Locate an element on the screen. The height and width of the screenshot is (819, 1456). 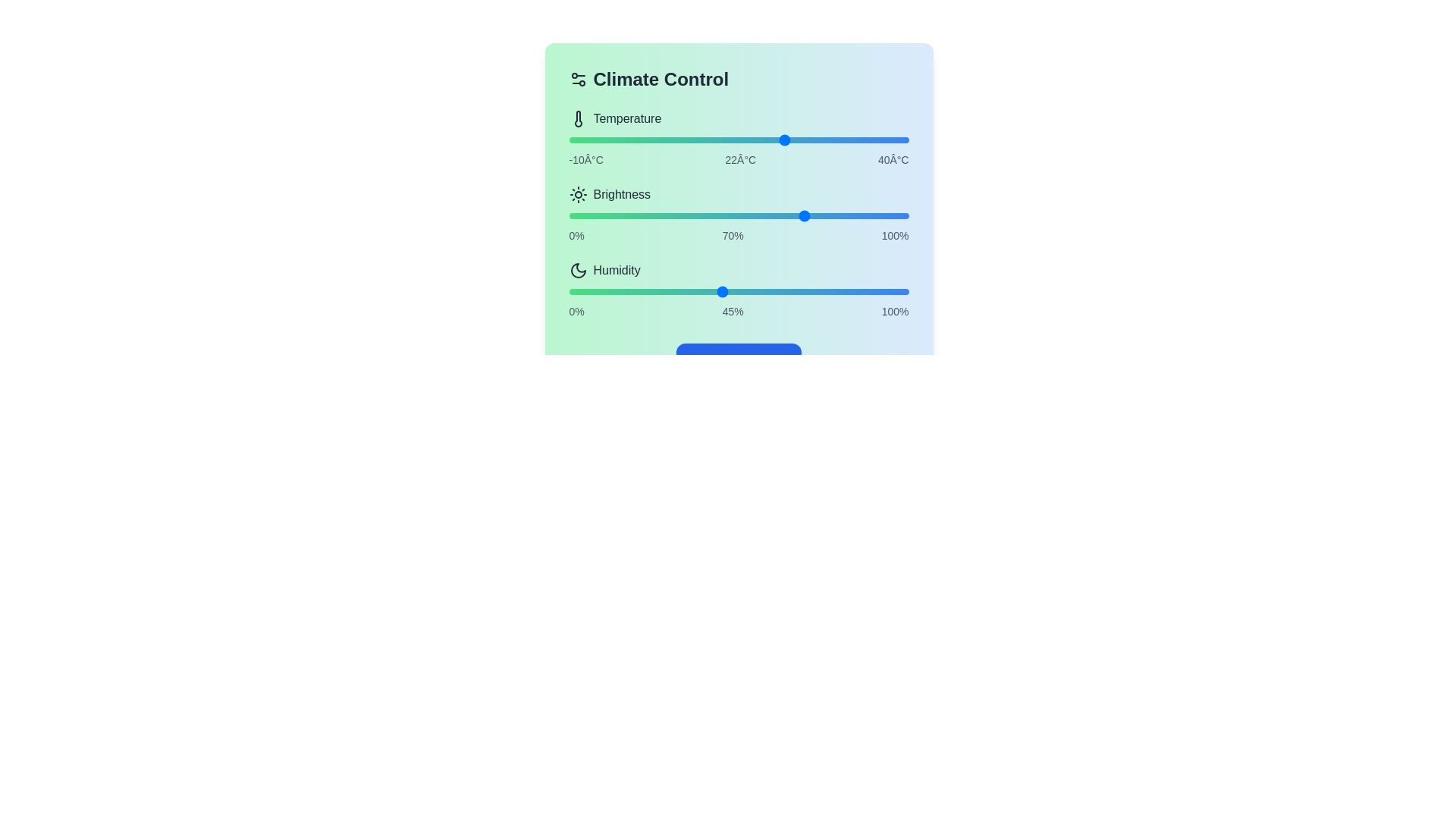
the brightness is located at coordinates (578, 216).